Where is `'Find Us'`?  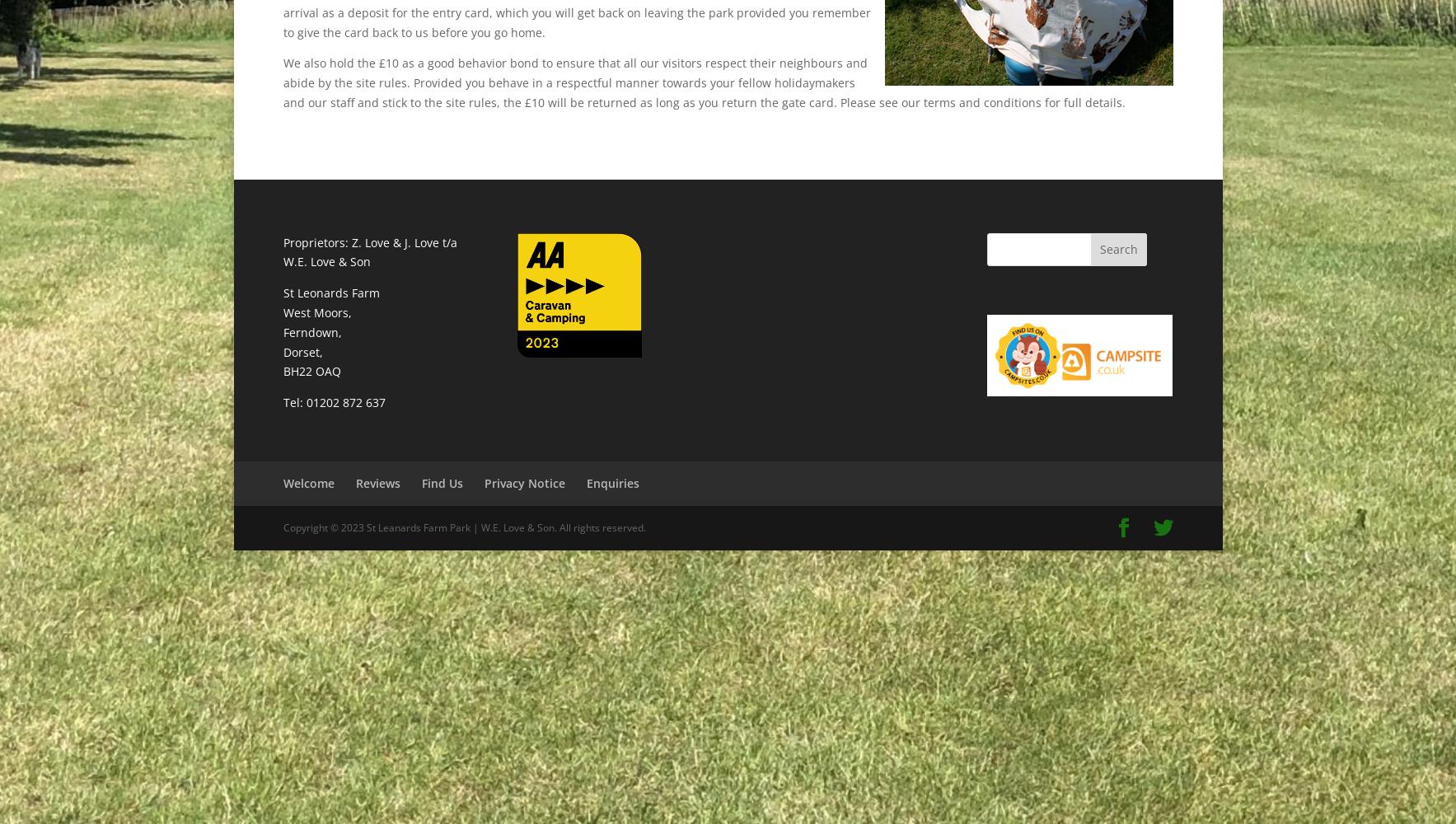 'Find Us' is located at coordinates (421, 482).